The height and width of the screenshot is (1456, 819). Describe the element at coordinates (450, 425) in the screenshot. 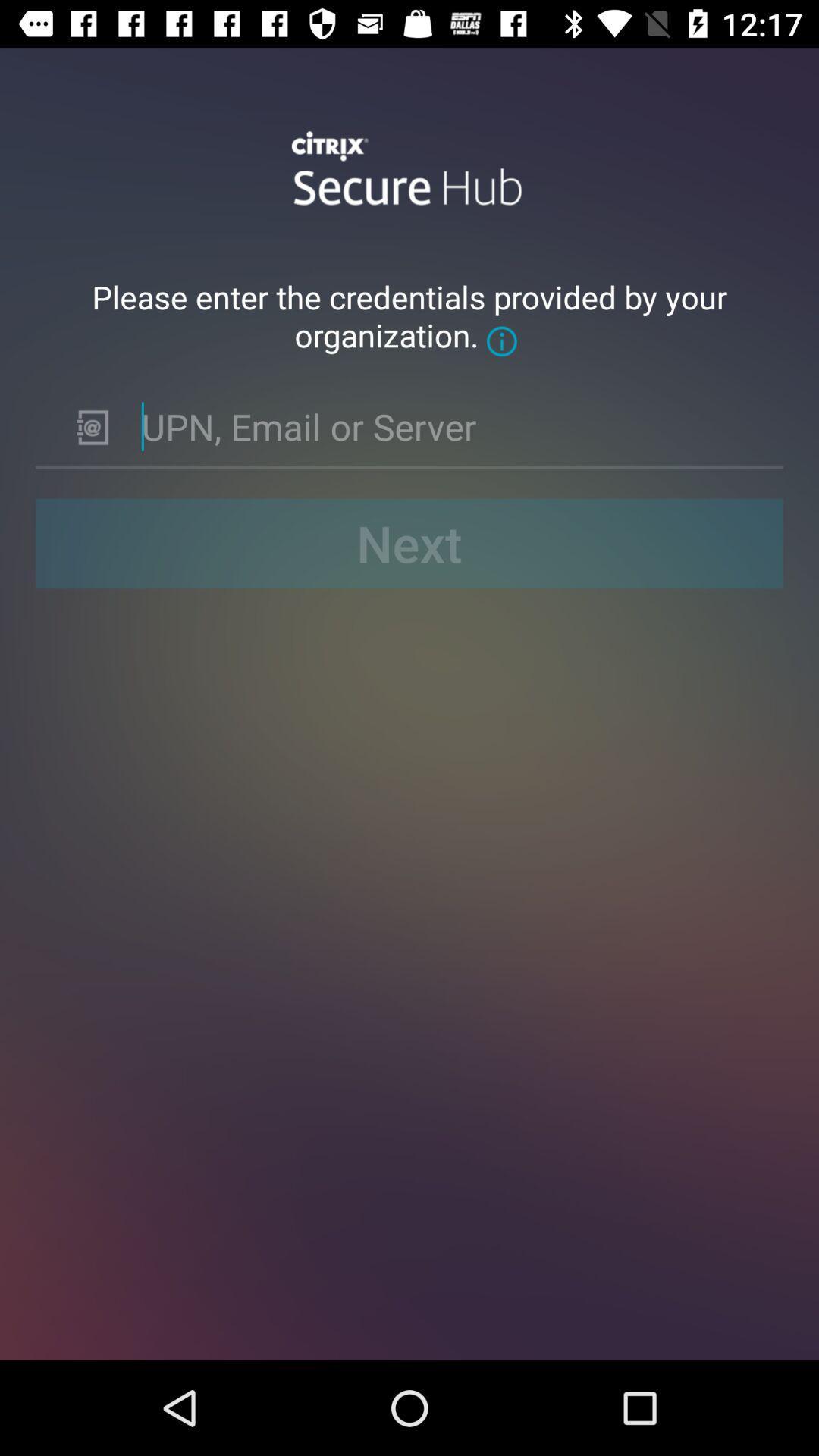

I see `input info` at that location.